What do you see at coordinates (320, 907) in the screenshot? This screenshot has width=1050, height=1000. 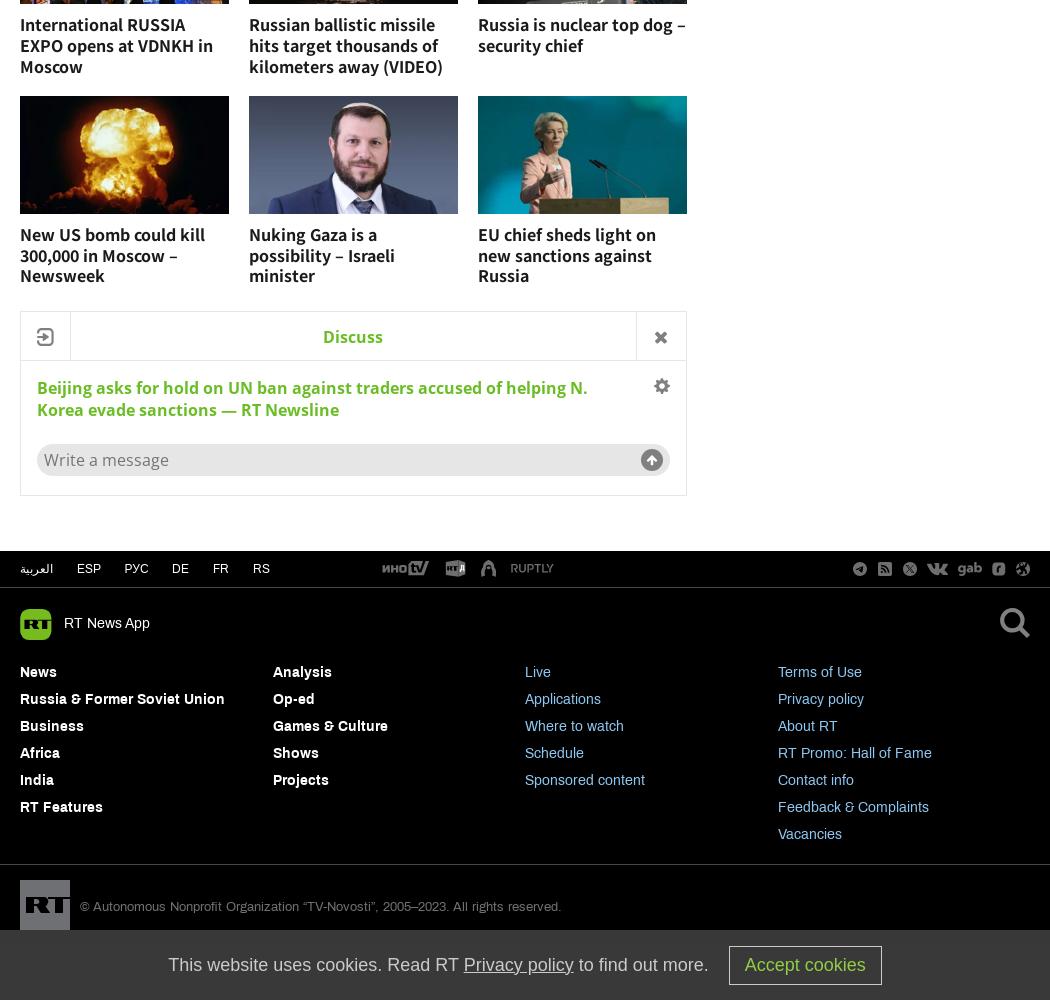 I see `'© Autonomous Nonprofit Organization “TV-Novosti”, 2005–2023. All rights reserved.'` at bounding box center [320, 907].